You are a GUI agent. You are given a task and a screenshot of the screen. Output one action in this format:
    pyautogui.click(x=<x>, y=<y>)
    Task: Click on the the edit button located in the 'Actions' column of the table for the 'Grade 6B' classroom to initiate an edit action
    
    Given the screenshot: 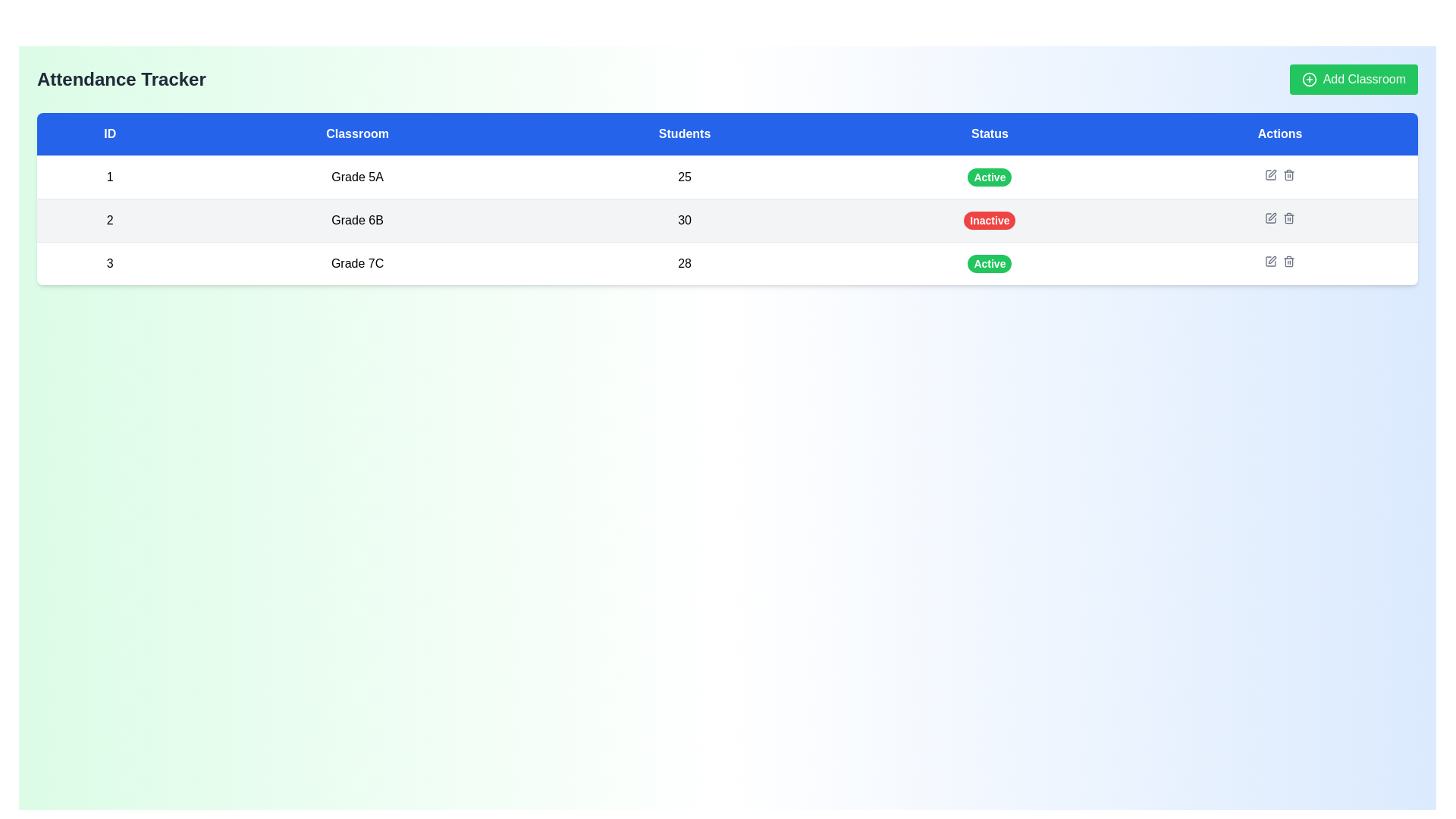 What is the action you would take?
    pyautogui.click(x=1270, y=218)
    